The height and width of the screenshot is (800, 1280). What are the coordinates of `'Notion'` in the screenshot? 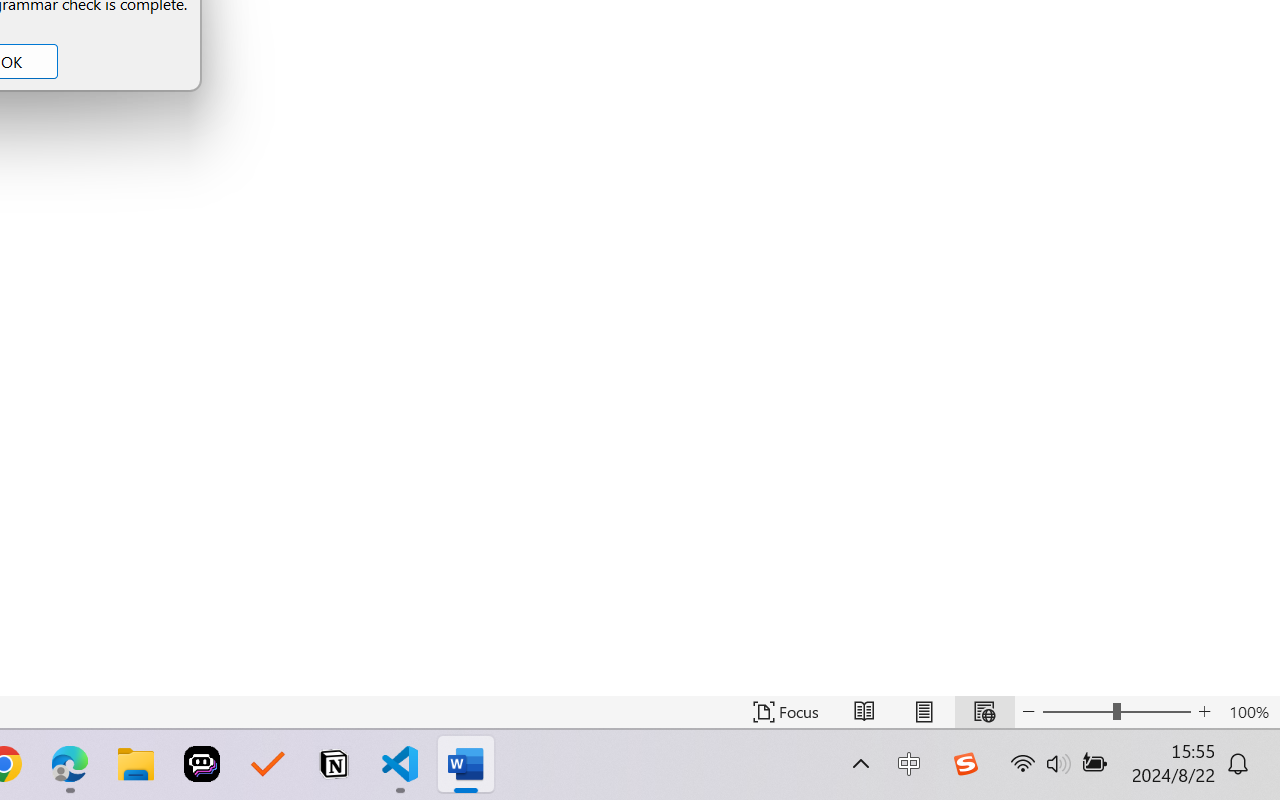 It's located at (334, 764).